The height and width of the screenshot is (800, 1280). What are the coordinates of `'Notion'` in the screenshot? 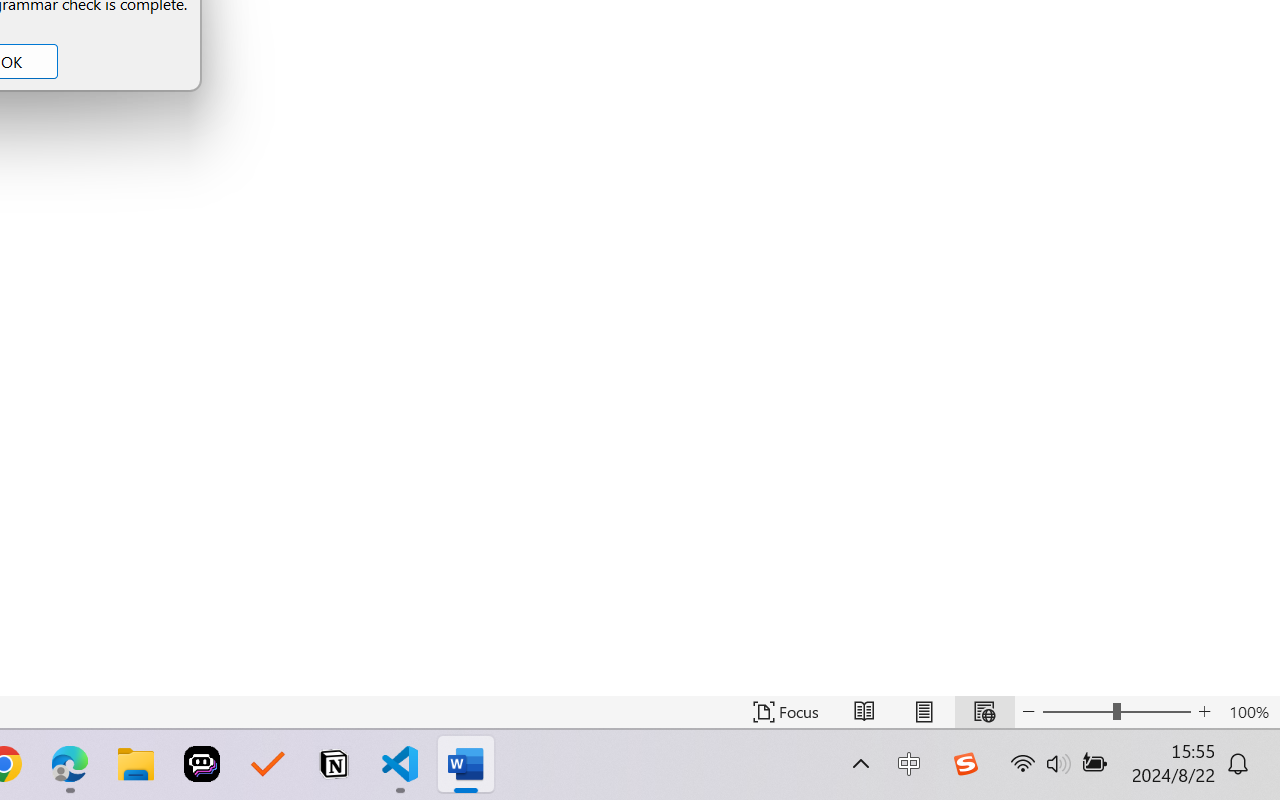 It's located at (334, 764).